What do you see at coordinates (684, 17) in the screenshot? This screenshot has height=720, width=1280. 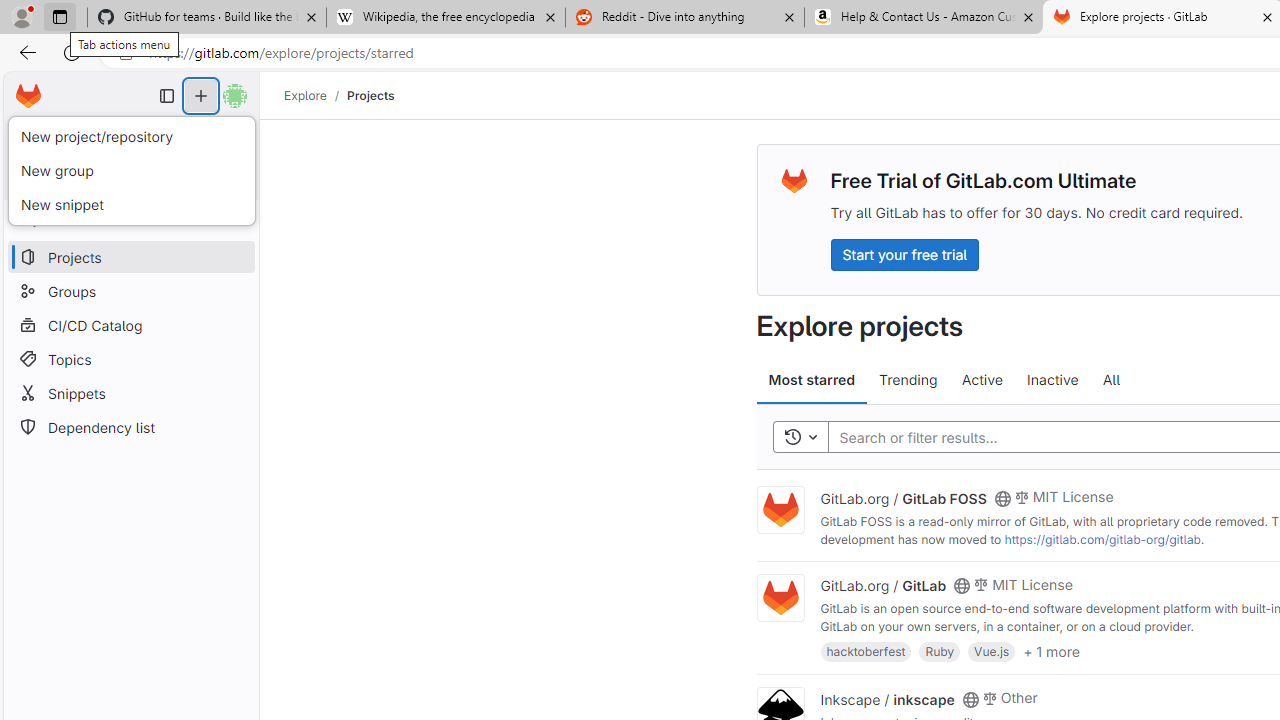 I see `'Reddit - Dive into anything'` at bounding box center [684, 17].